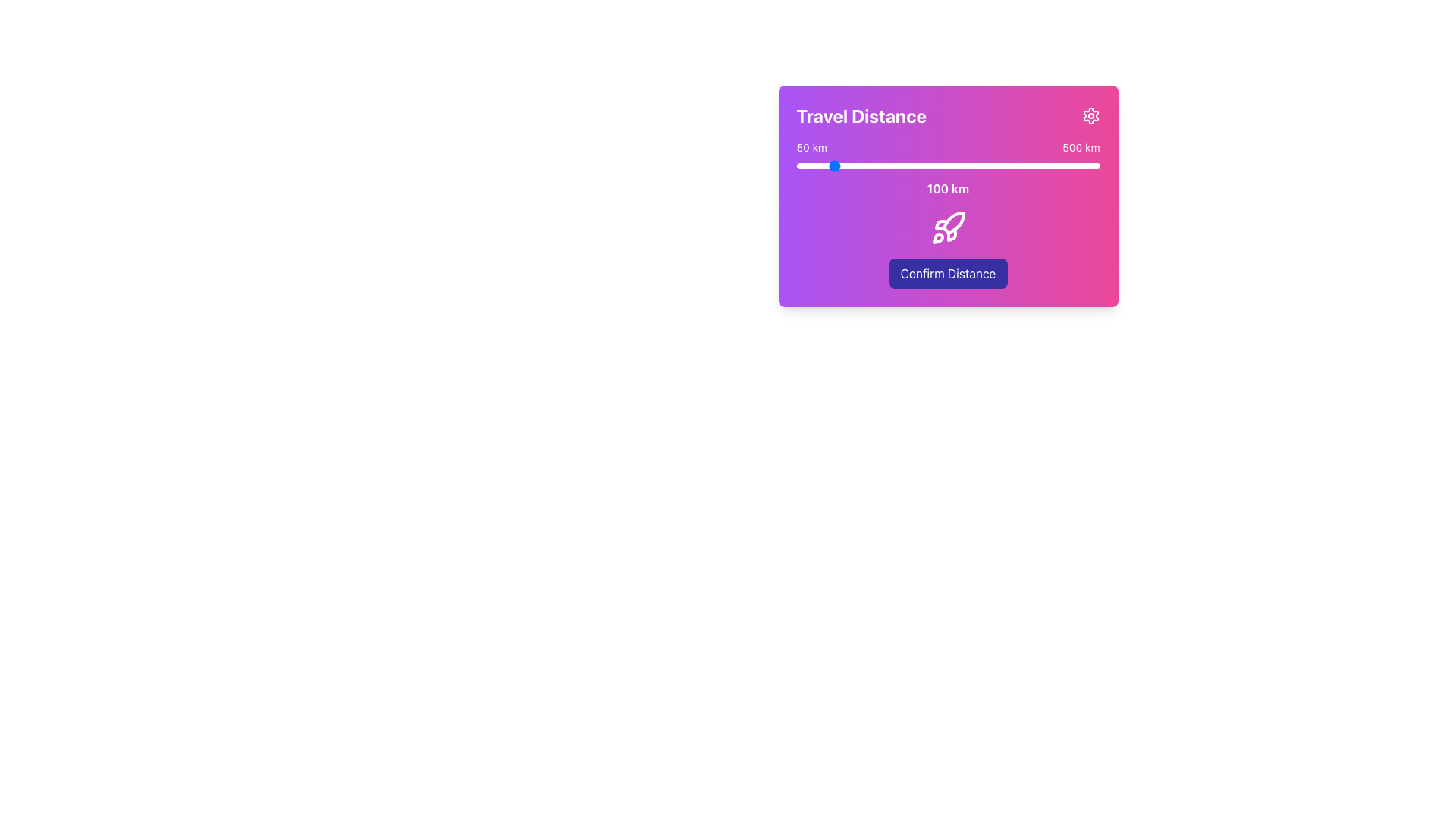  Describe the element at coordinates (897, 166) in the screenshot. I see `the travel distance` at that location.